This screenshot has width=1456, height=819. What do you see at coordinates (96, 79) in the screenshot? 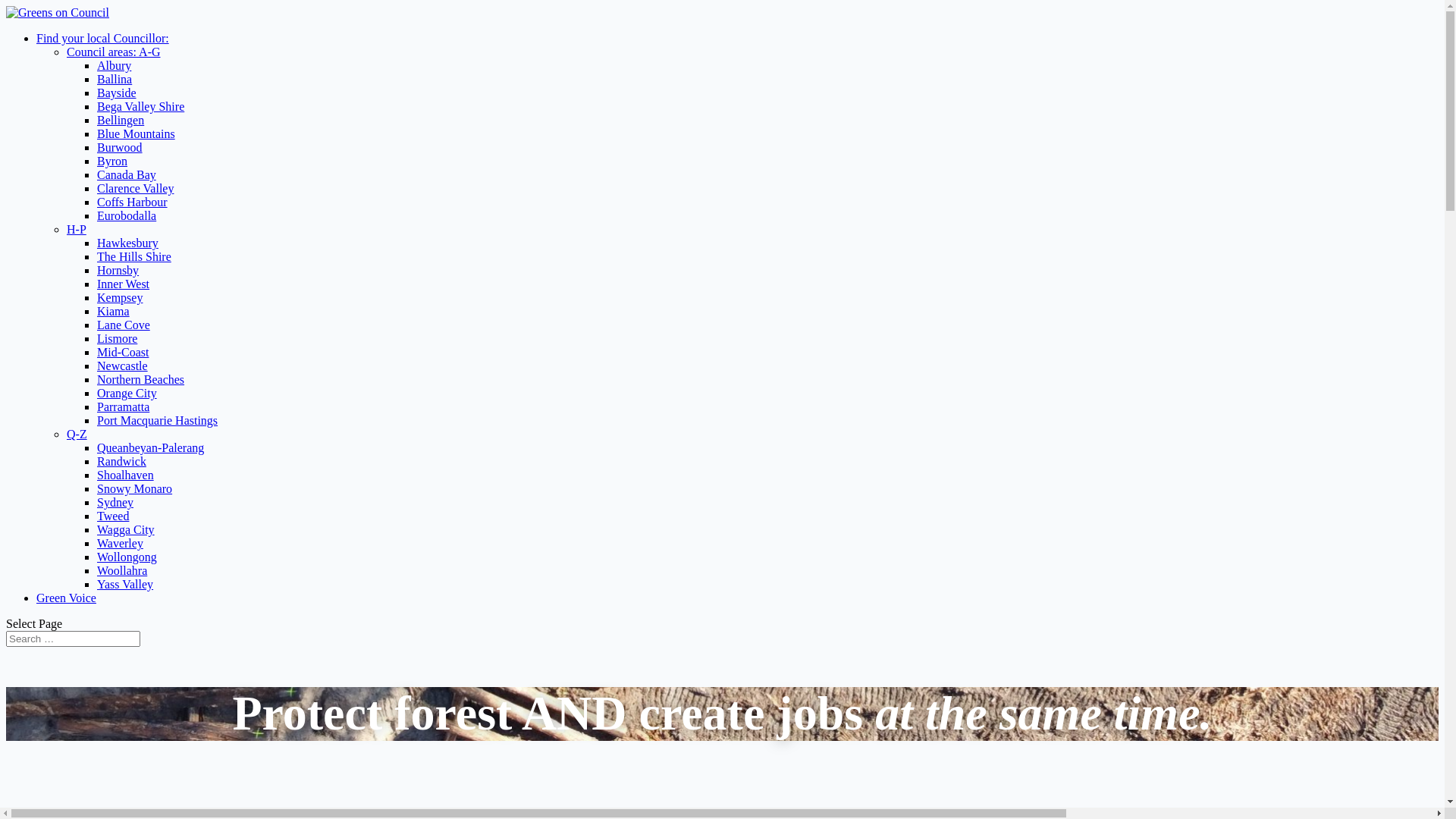
I see `'Ballina'` at bounding box center [96, 79].